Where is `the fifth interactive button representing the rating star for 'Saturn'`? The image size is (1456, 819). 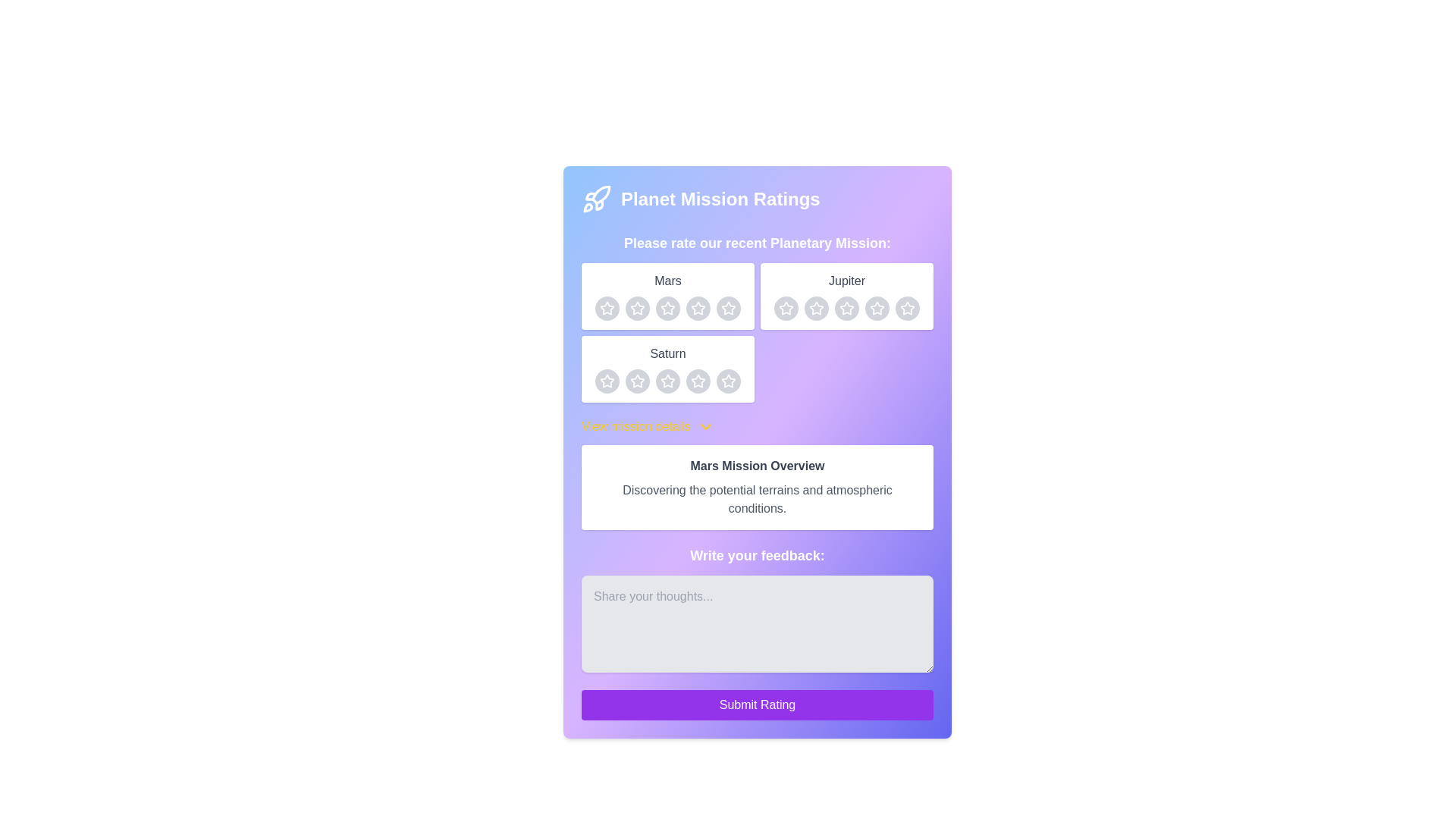
the fifth interactive button representing the rating star for 'Saturn' is located at coordinates (728, 380).